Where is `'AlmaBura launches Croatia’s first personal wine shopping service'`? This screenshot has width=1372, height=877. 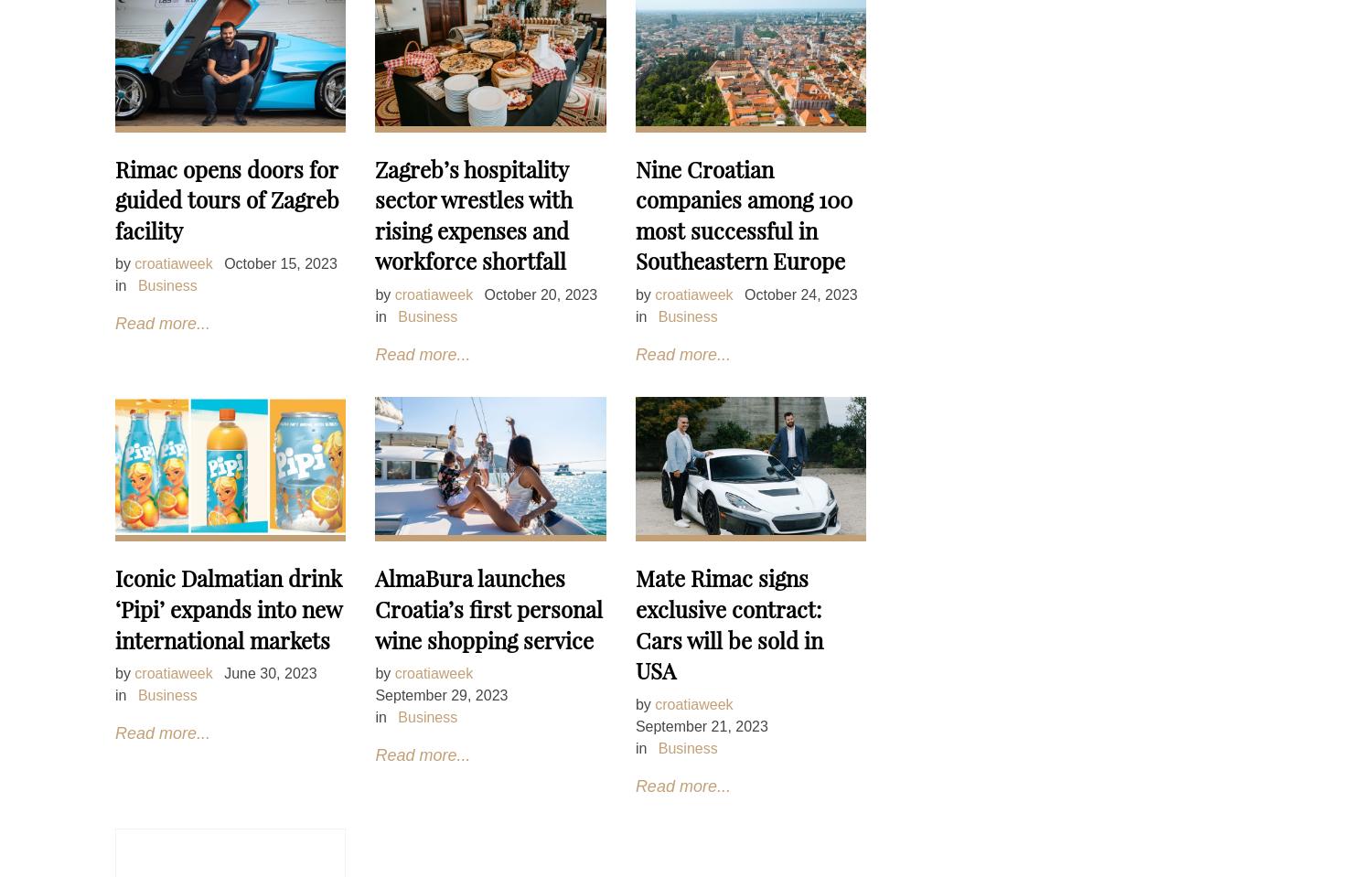 'AlmaBura launches Croatia’s first personal wine shopping service' is located at coordinates (374, 608).